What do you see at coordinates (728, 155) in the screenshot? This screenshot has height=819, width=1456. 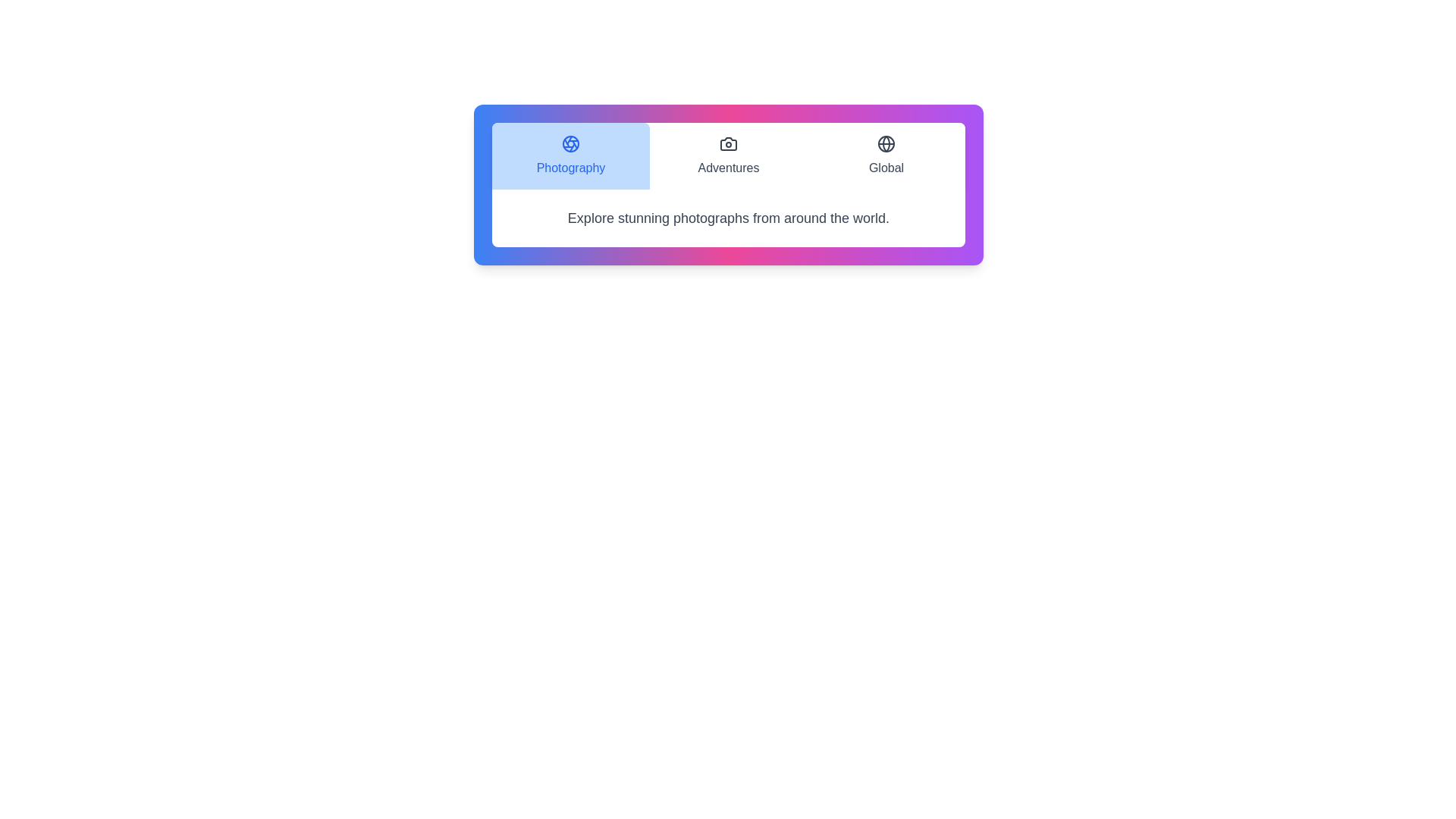 I see `the 'Adventures' navigation button located in the center of a horizontal layout, positioned between the 'Photography' and 'Global' buttons` at bounding box center [728, 155].